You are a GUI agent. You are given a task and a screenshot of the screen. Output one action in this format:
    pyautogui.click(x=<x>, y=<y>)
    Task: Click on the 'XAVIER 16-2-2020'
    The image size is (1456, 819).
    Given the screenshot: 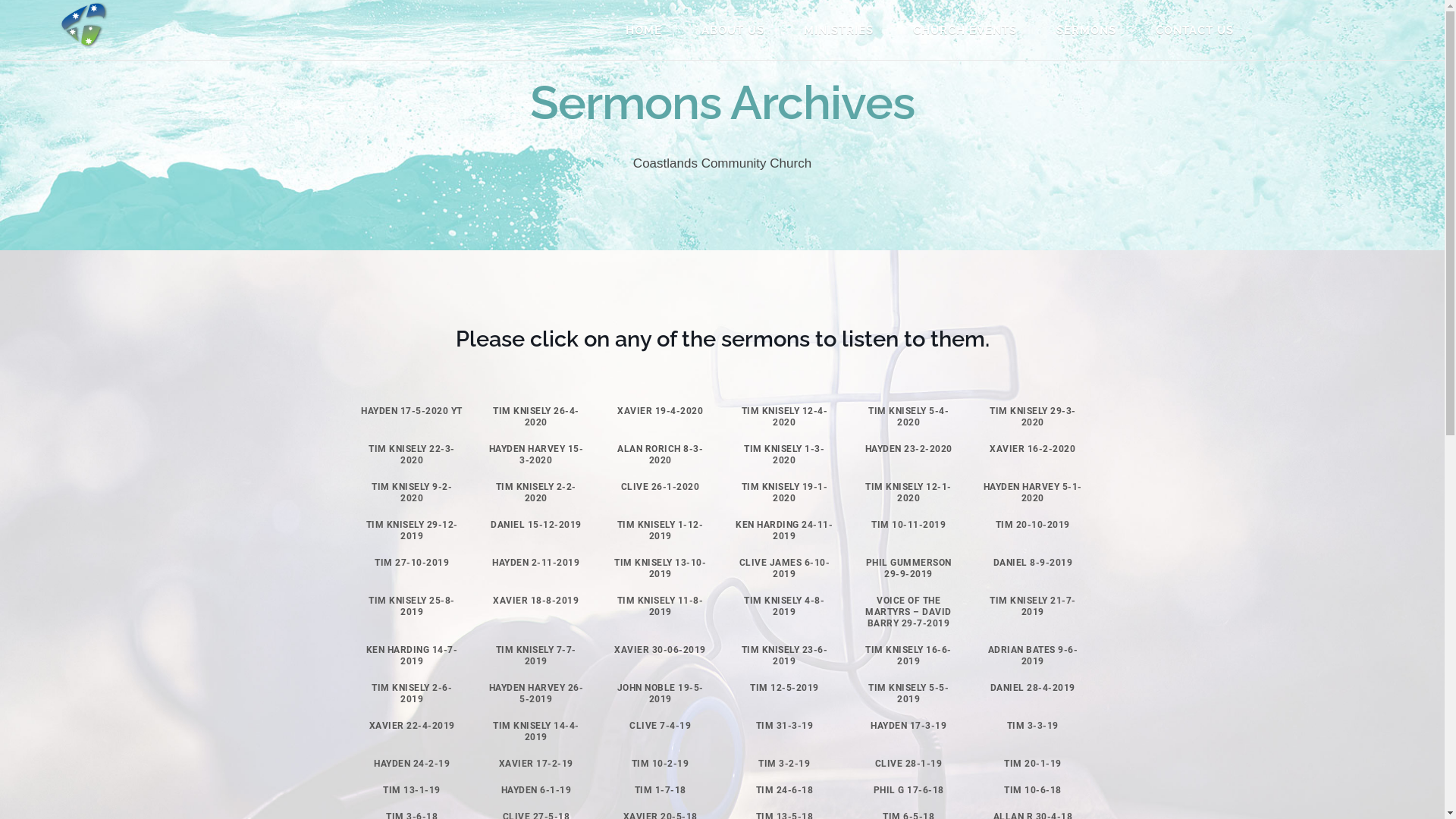 What is the action you would take?
    pyautogui.click(x=990, y=447)
    